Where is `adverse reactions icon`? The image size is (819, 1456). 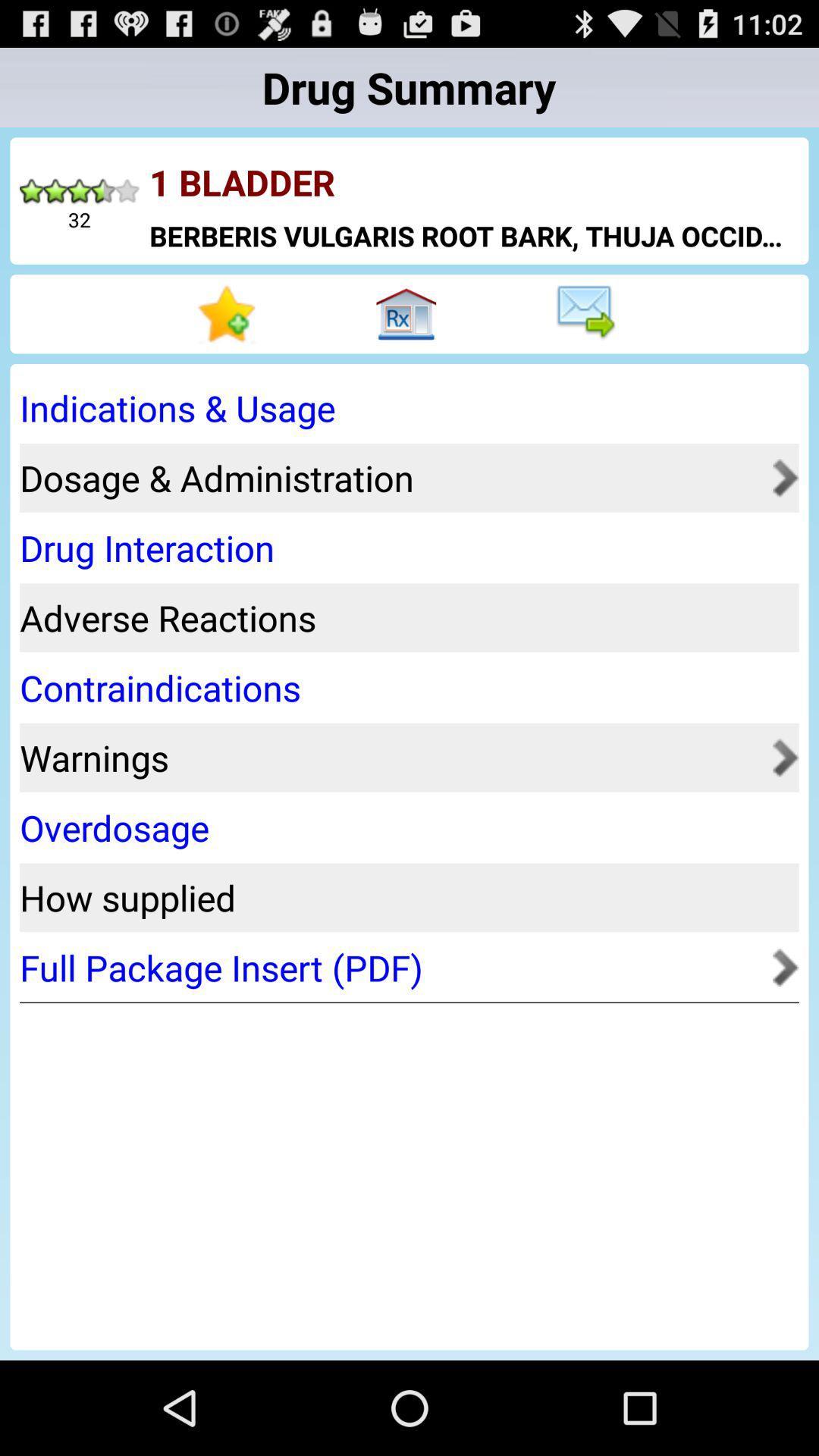 adverse reactions icon is located at coordinates (403, 617).